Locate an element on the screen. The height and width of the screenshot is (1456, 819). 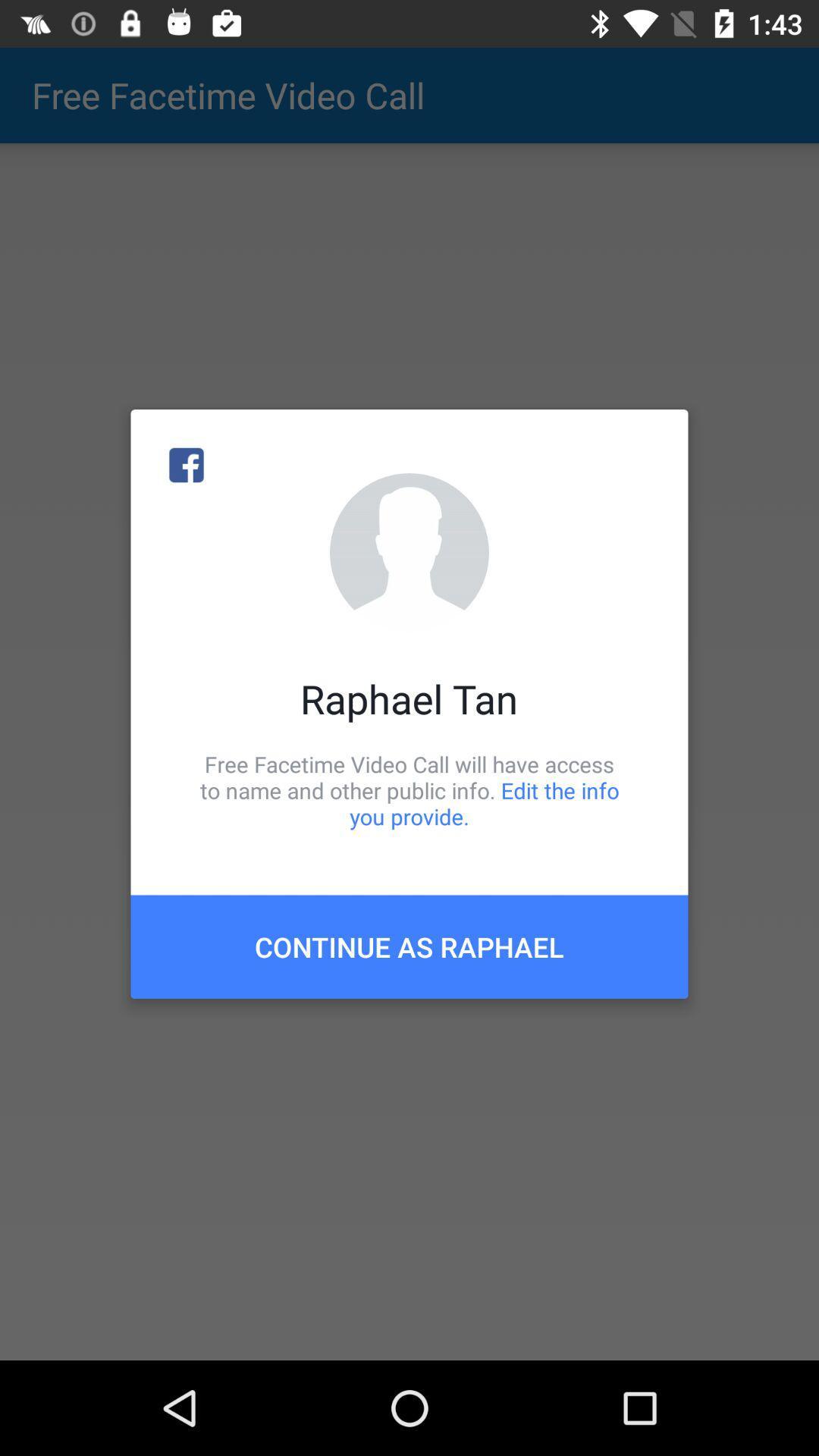
the item below the free facetime video item is located at coordinates (409, 946).